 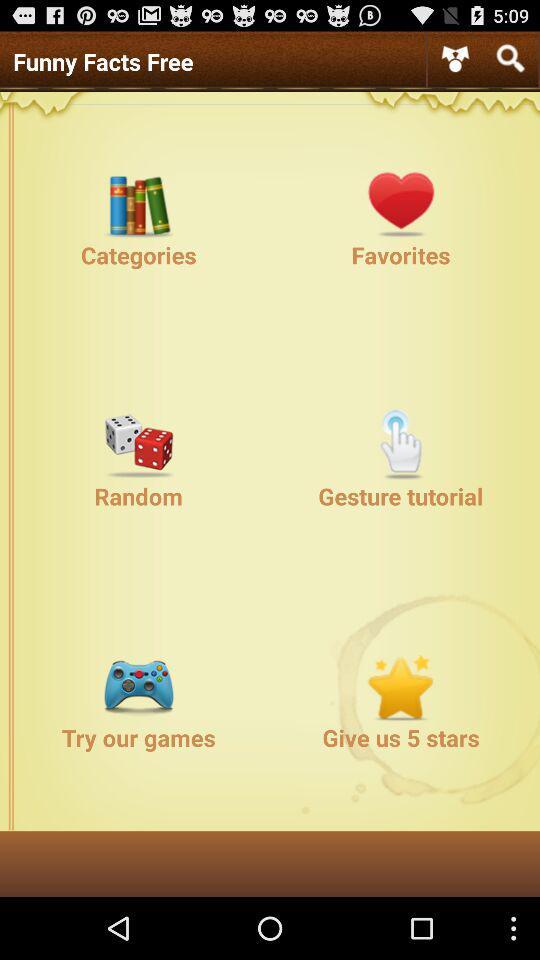 I want to click on open search box, so click(x=510, y=58).